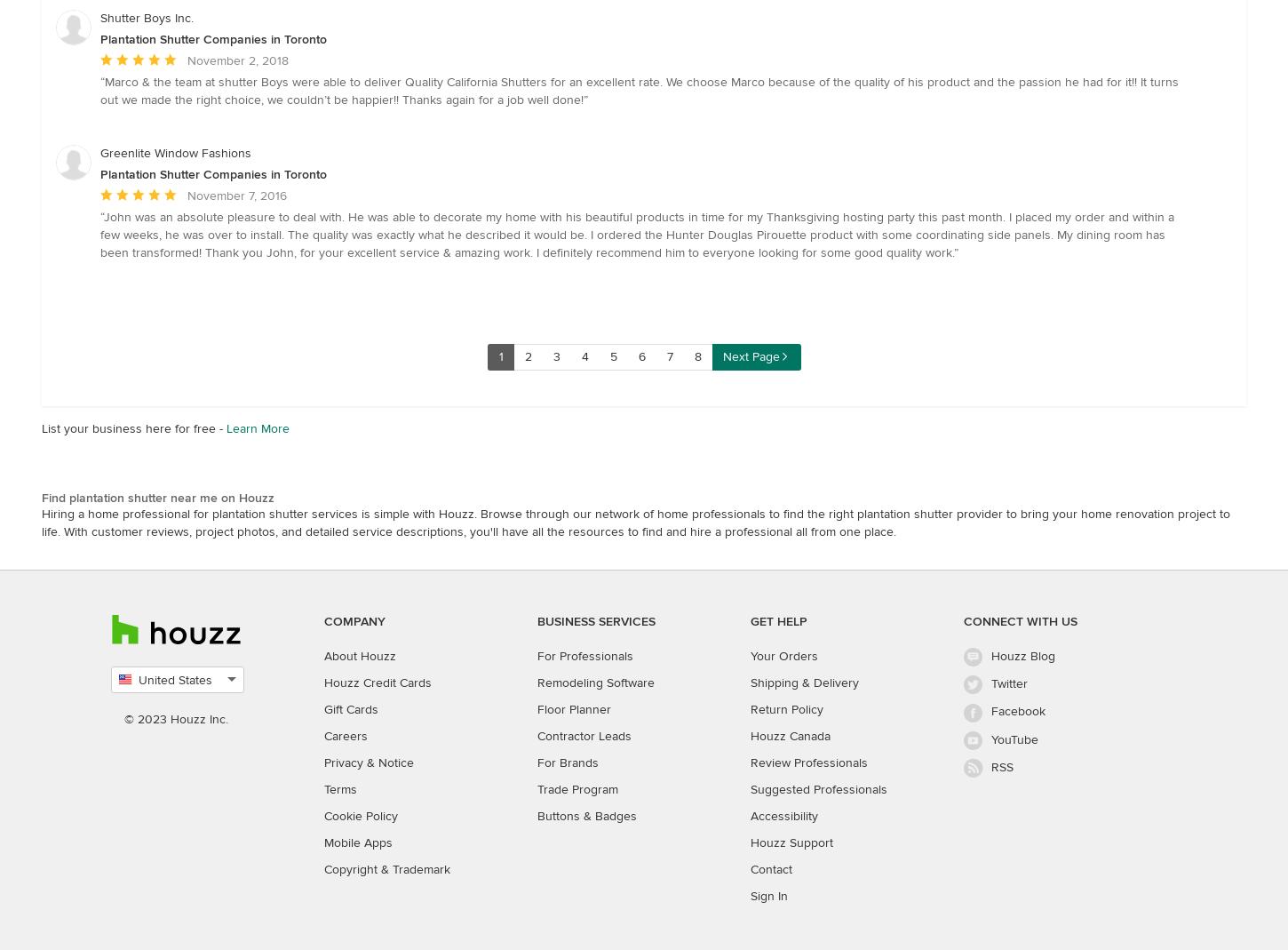  I want to click on 'Suggested Professionals', so click(818, 788).